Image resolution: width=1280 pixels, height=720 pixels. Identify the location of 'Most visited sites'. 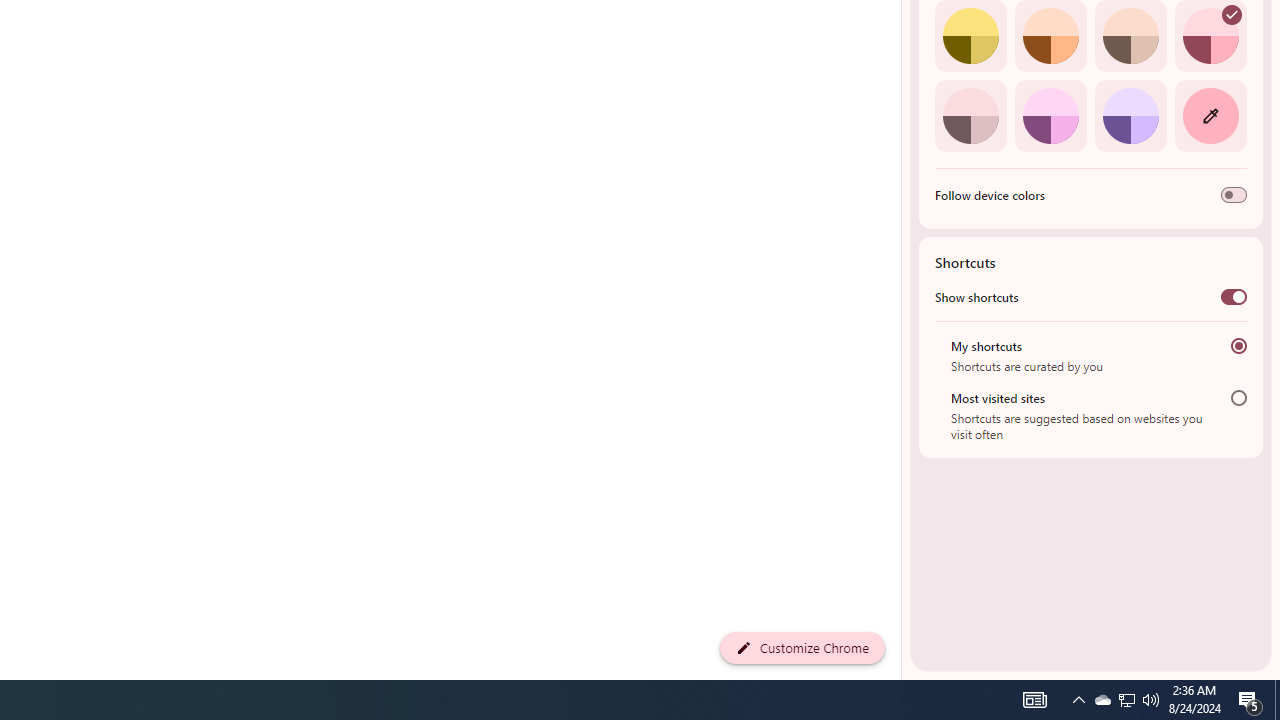
(1238, 398).